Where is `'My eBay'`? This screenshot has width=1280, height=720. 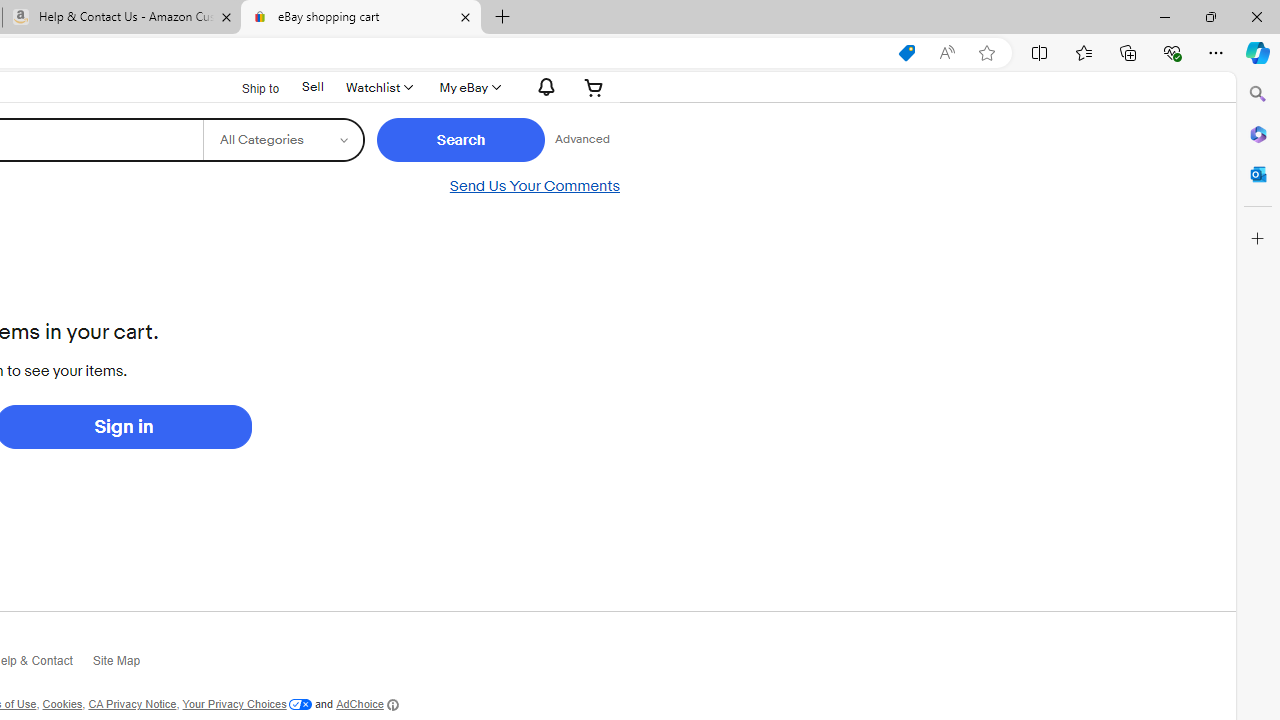
'My eBay' is located at coordinates (467, 86).